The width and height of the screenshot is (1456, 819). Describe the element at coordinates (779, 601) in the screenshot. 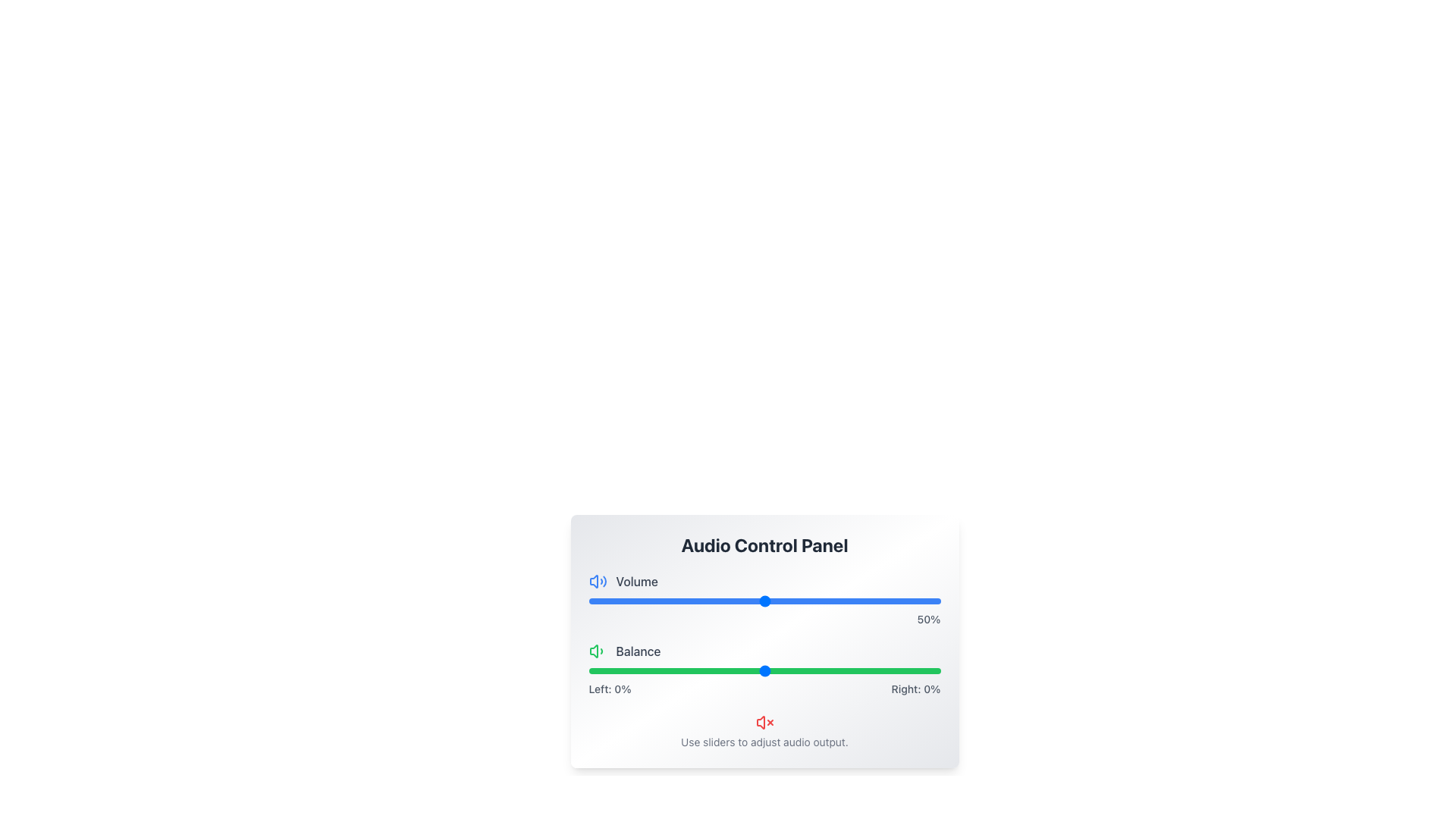

I see `the volume` at that location.